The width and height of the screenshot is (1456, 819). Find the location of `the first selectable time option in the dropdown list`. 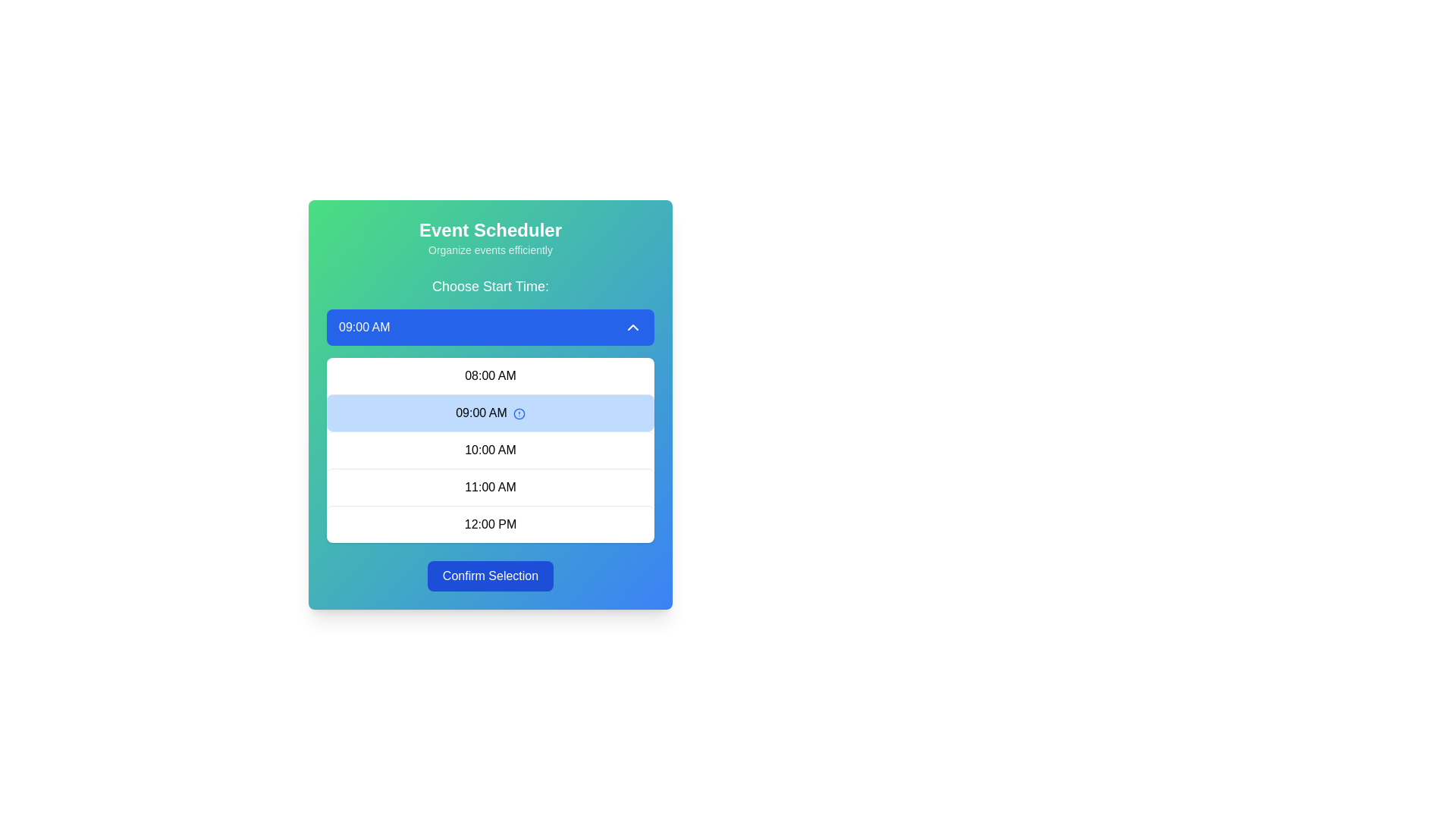

the first selectable time option in the dropdown list is located at coordinates (491, 375).